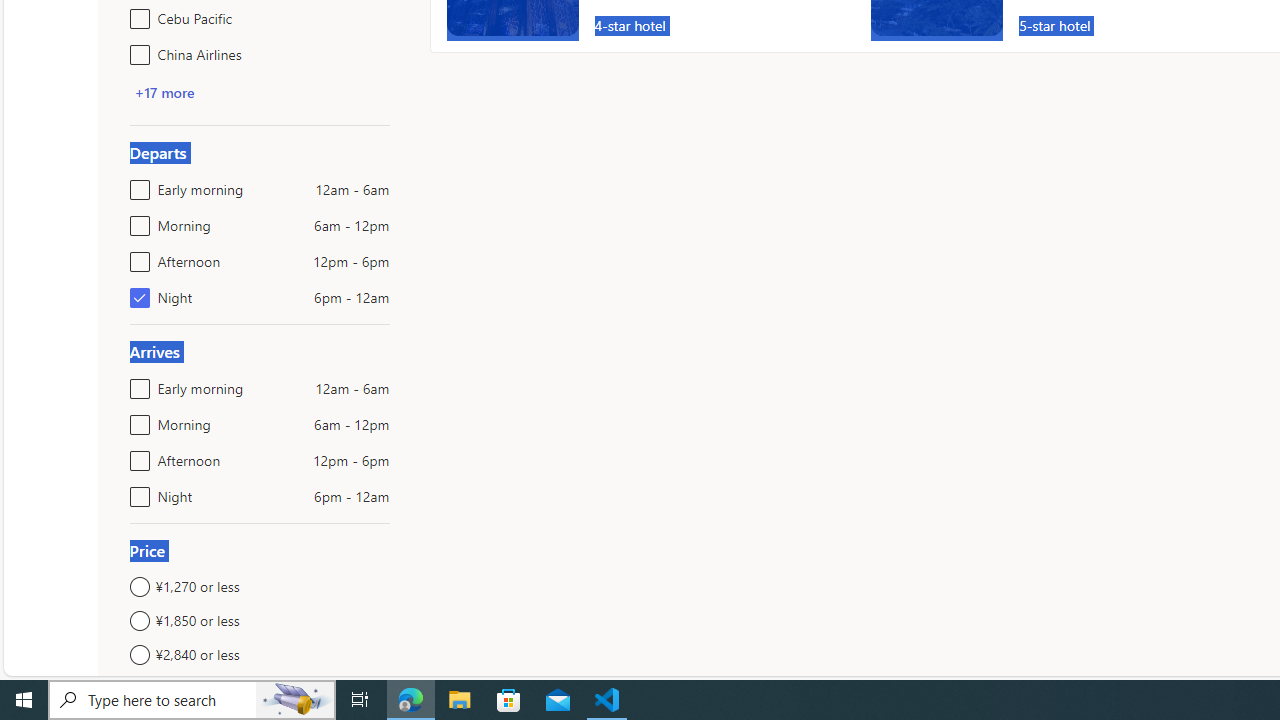  Describe the element at coordinates (135, 492) in the screenshot. I see `'Night6pm - 12am'` at that location.